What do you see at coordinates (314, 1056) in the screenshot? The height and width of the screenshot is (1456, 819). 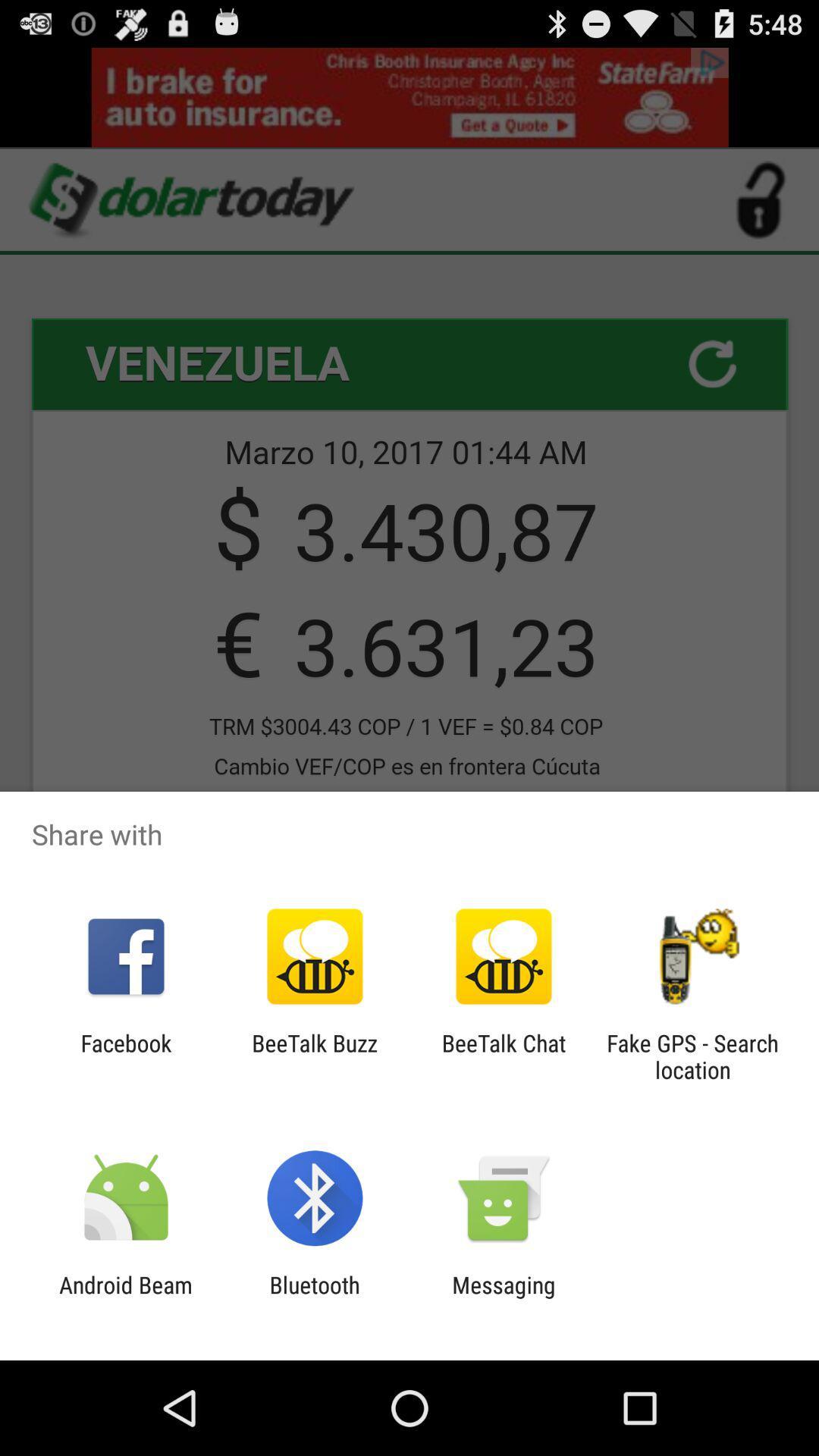 I see `icon to the left of beetalk chat icon` at bounding box center [314, 1056].